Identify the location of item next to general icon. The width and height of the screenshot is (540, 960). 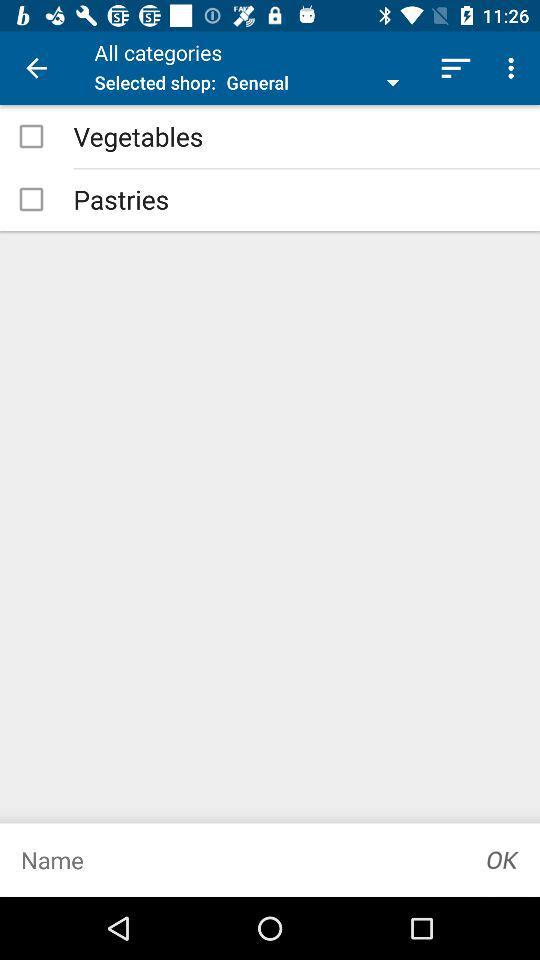
(455, 68).